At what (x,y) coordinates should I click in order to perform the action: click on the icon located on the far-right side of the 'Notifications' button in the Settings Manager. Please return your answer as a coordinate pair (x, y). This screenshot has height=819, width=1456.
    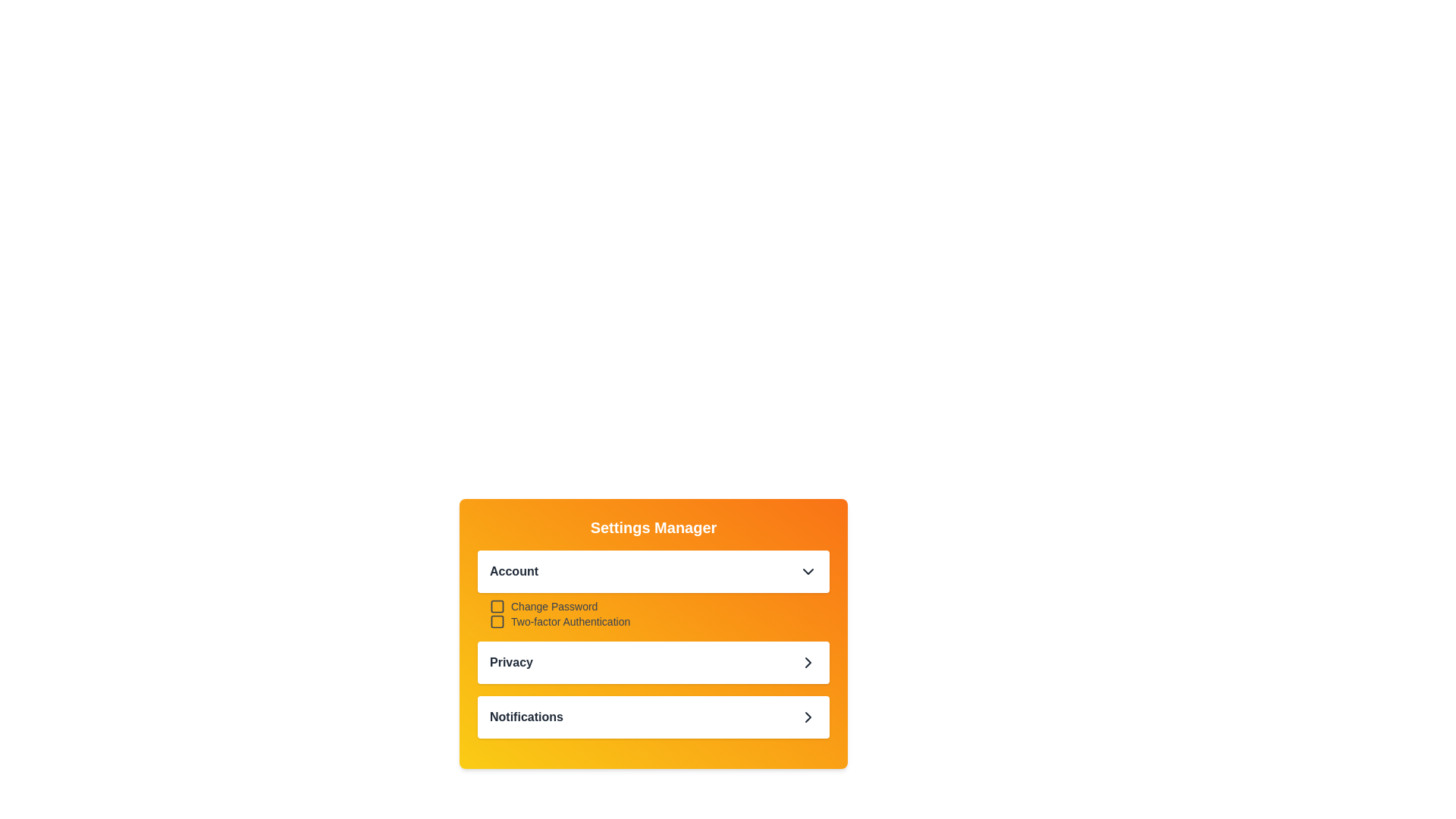
    Looking at the image, I should click on (807, 717).